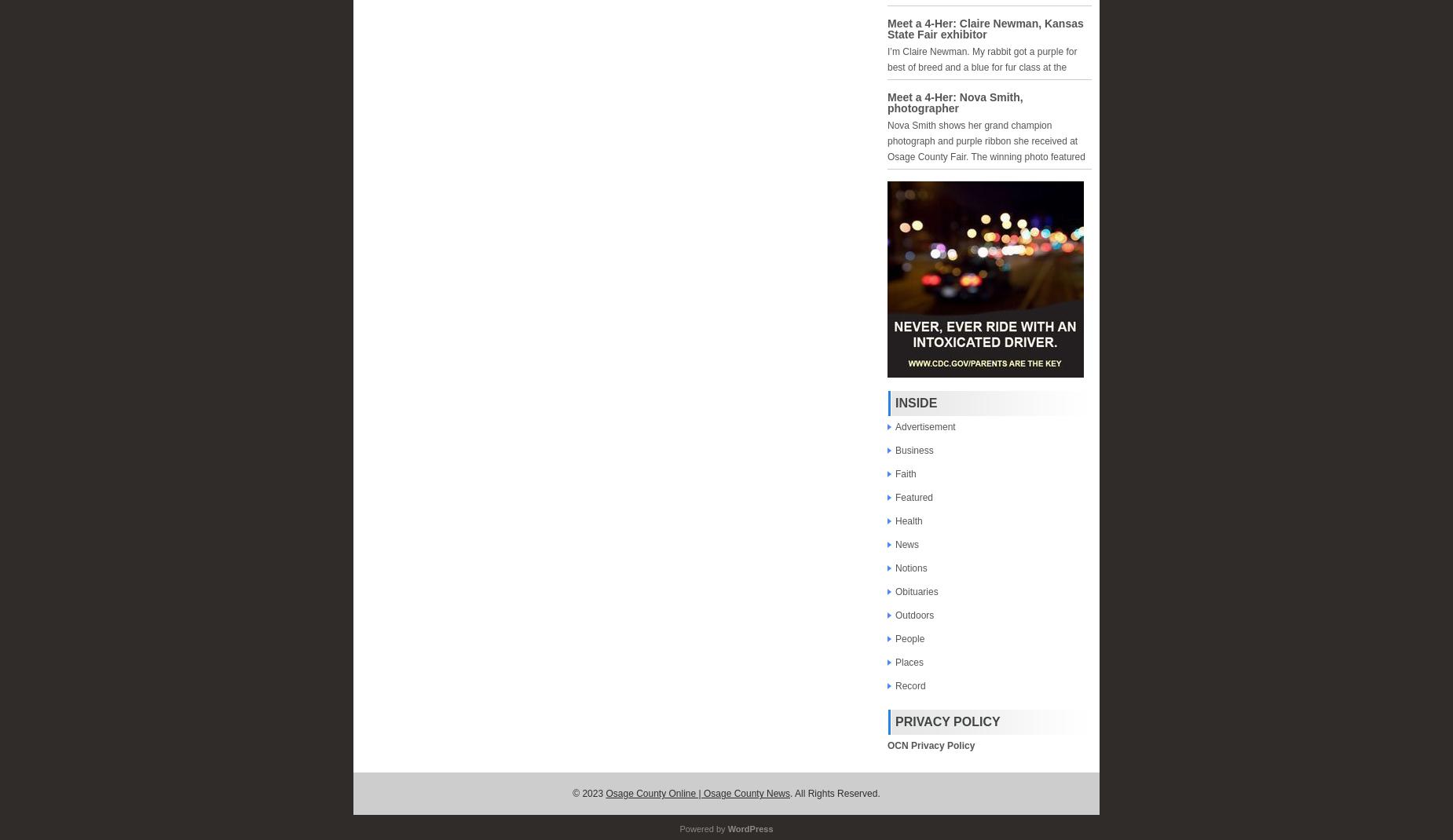  Describe the element at coordinates (913, 497) in the screenshot. I see `'Featured'` at that location.